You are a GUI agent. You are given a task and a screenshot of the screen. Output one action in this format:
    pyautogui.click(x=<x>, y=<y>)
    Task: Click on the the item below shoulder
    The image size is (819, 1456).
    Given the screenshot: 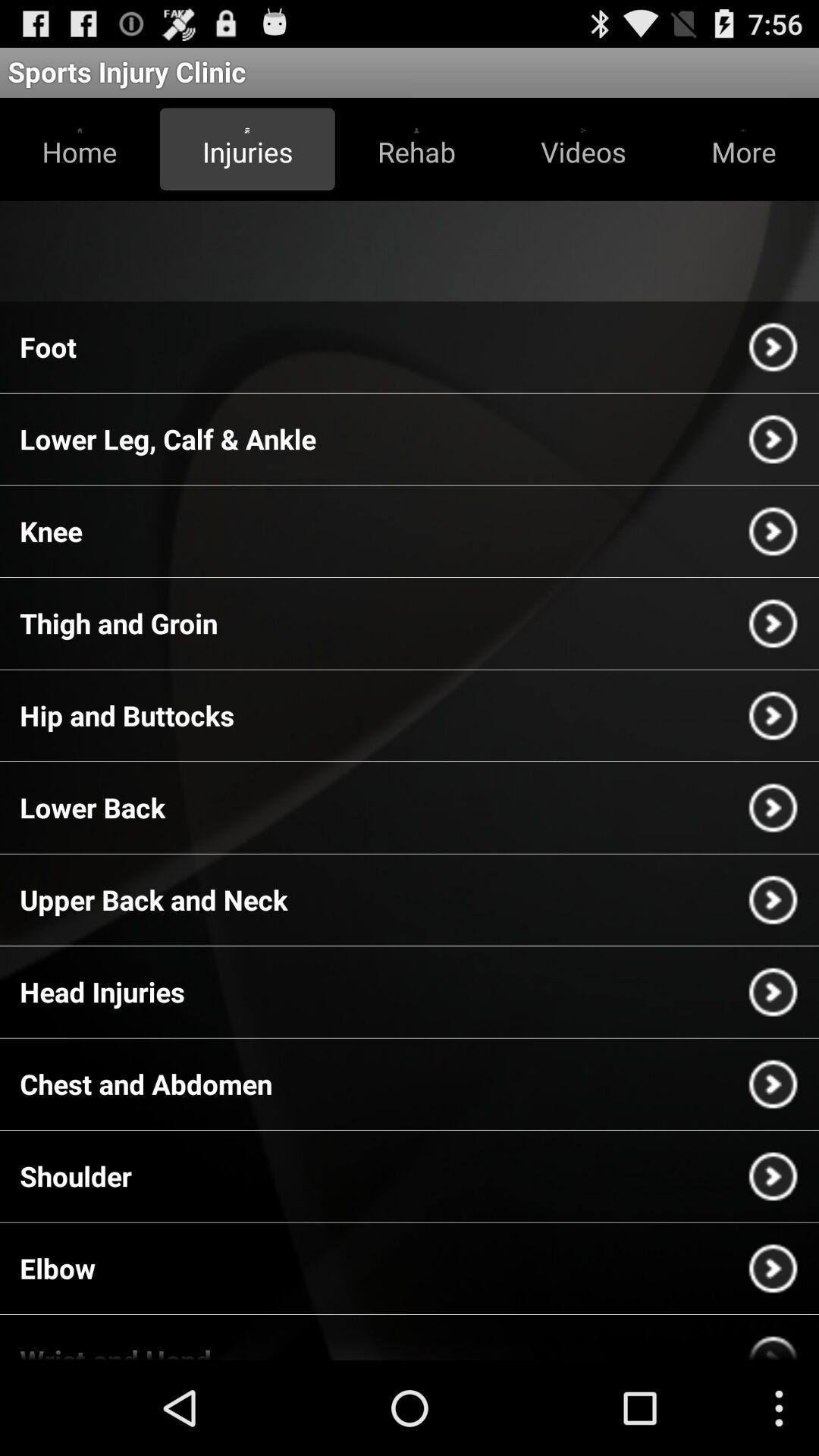 What is the action you would take?
    pyautogui.click(x=57, y=1268)
    